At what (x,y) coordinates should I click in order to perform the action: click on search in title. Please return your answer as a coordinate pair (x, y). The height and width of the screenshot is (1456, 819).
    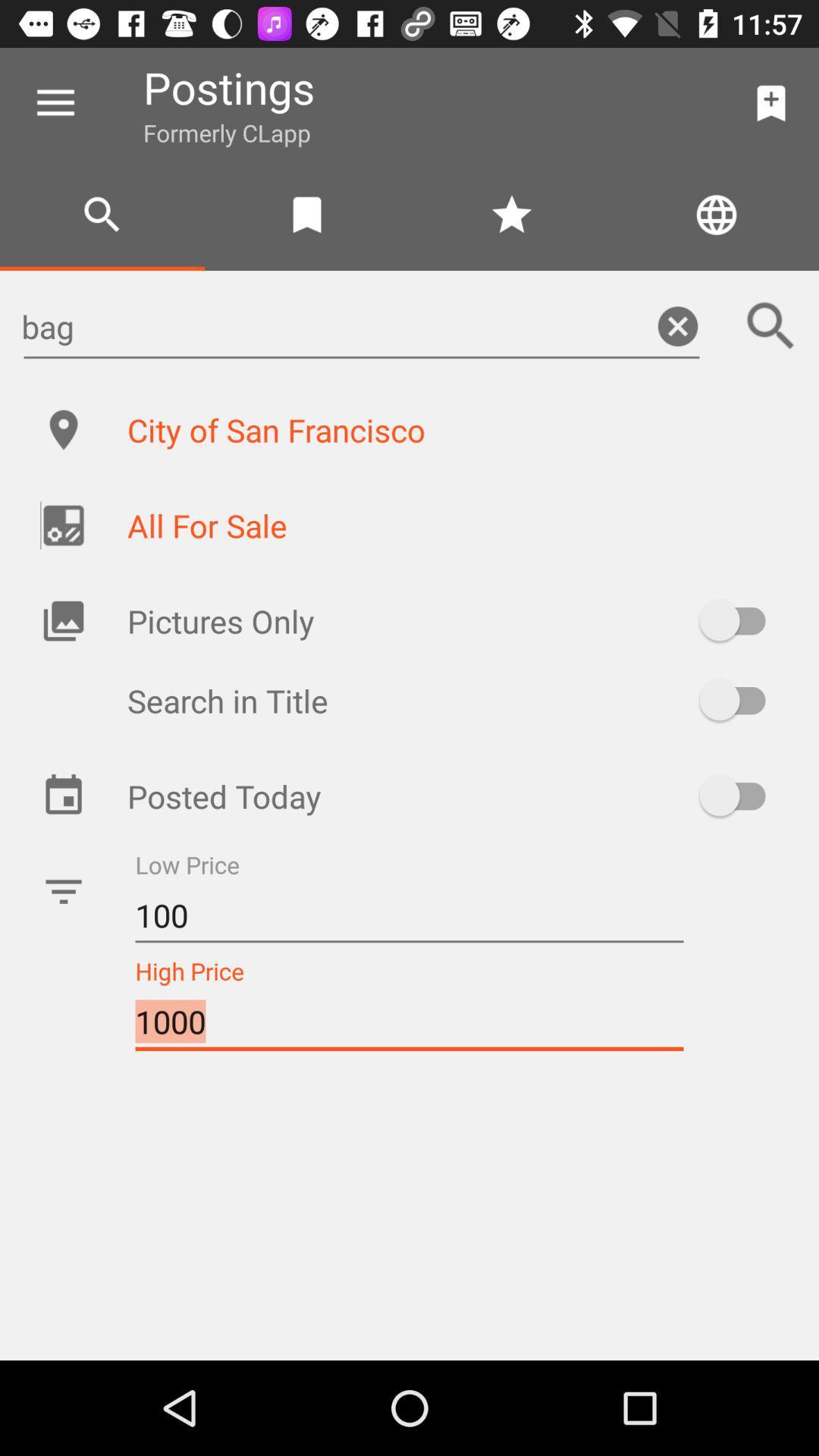
    Looking at the image, I should click on (739, 699).